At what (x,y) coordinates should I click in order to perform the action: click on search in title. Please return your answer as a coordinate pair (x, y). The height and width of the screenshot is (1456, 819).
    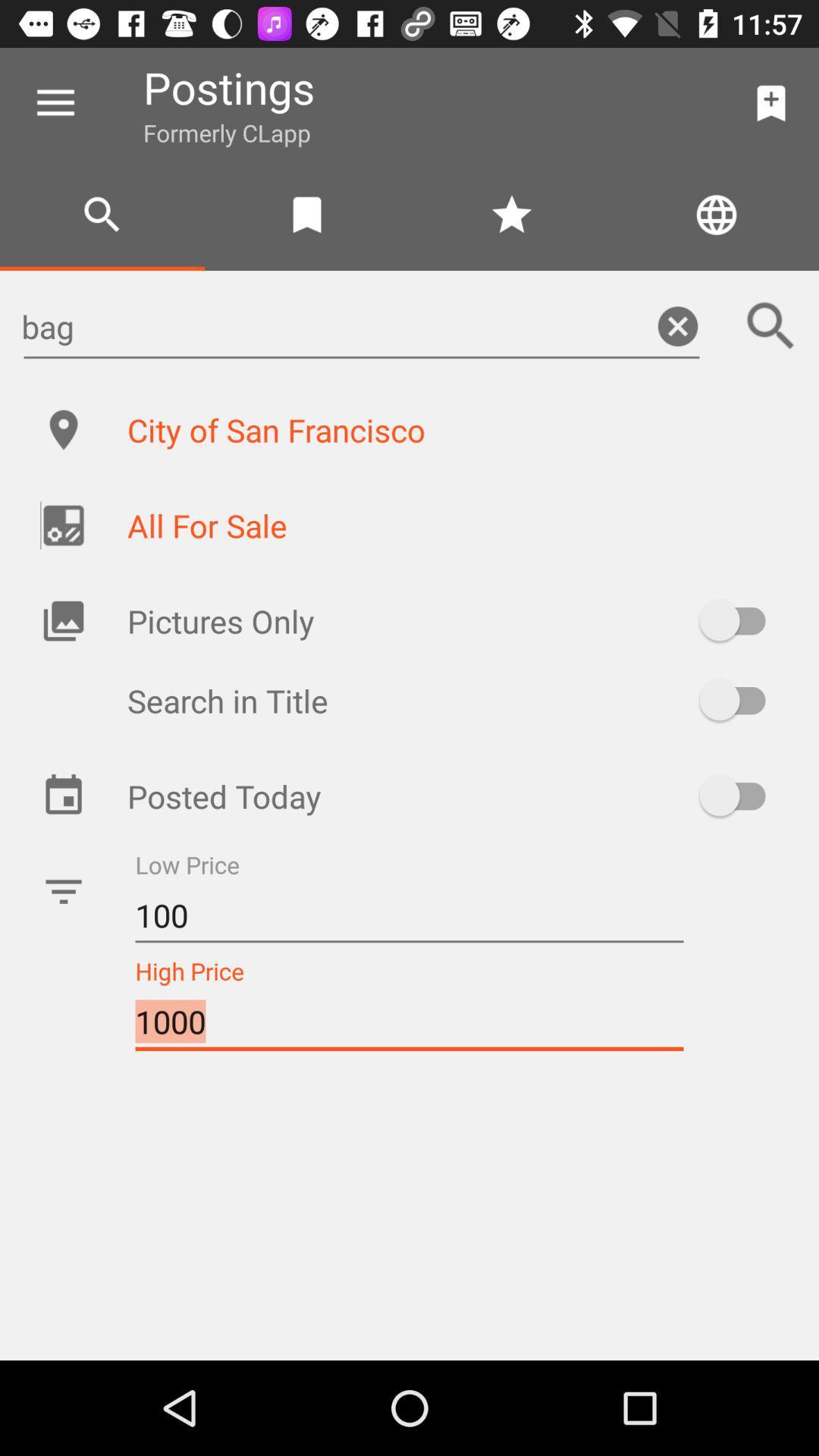
    Looking at the image, I should click on (739, 699).